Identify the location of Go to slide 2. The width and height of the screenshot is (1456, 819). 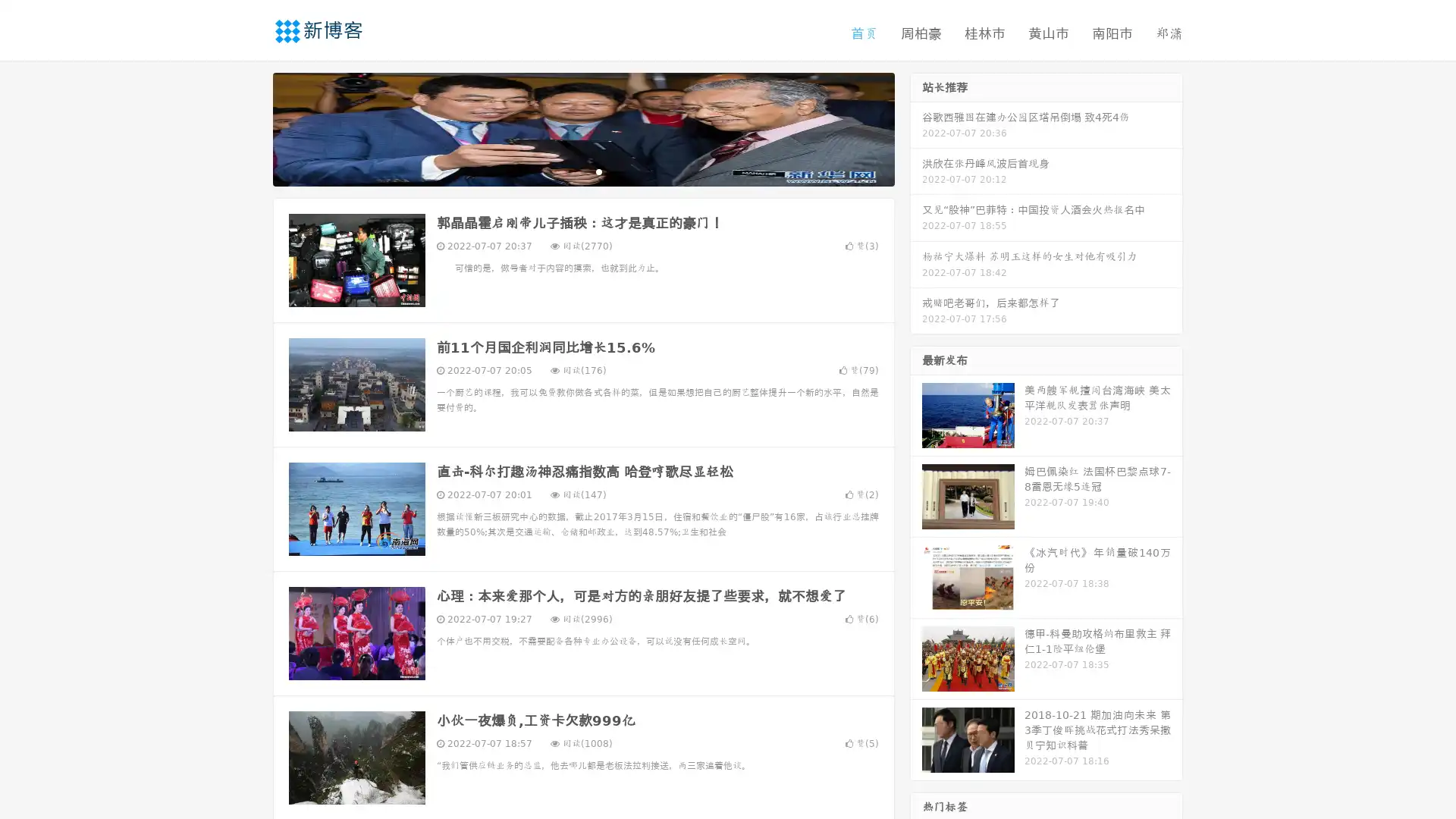
(582, 171).